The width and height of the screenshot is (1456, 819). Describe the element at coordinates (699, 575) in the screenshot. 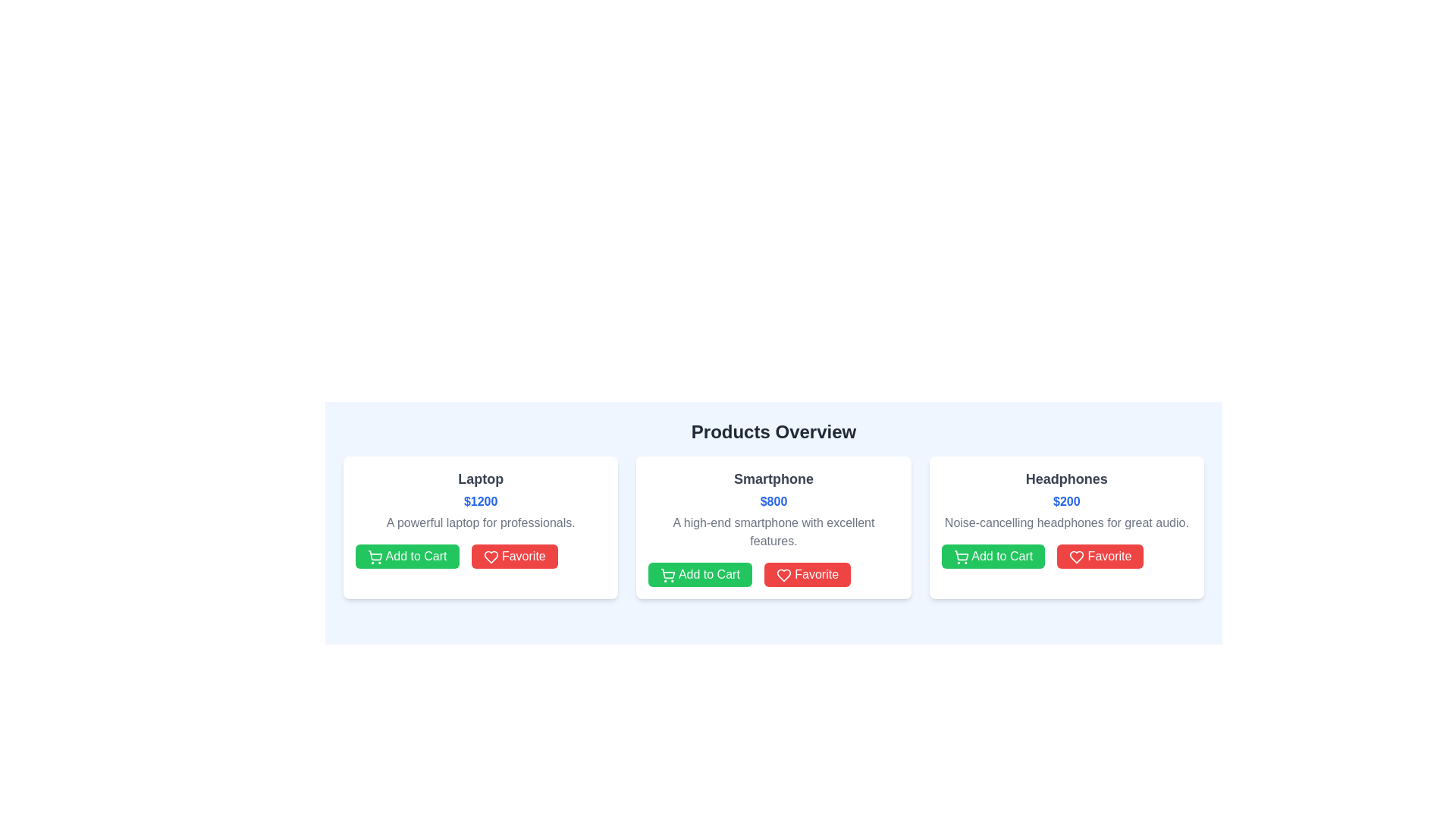

I see `the leftmost button in the action button group under the 'Smartphone' product card in the 'Products Overview' section` at that location.